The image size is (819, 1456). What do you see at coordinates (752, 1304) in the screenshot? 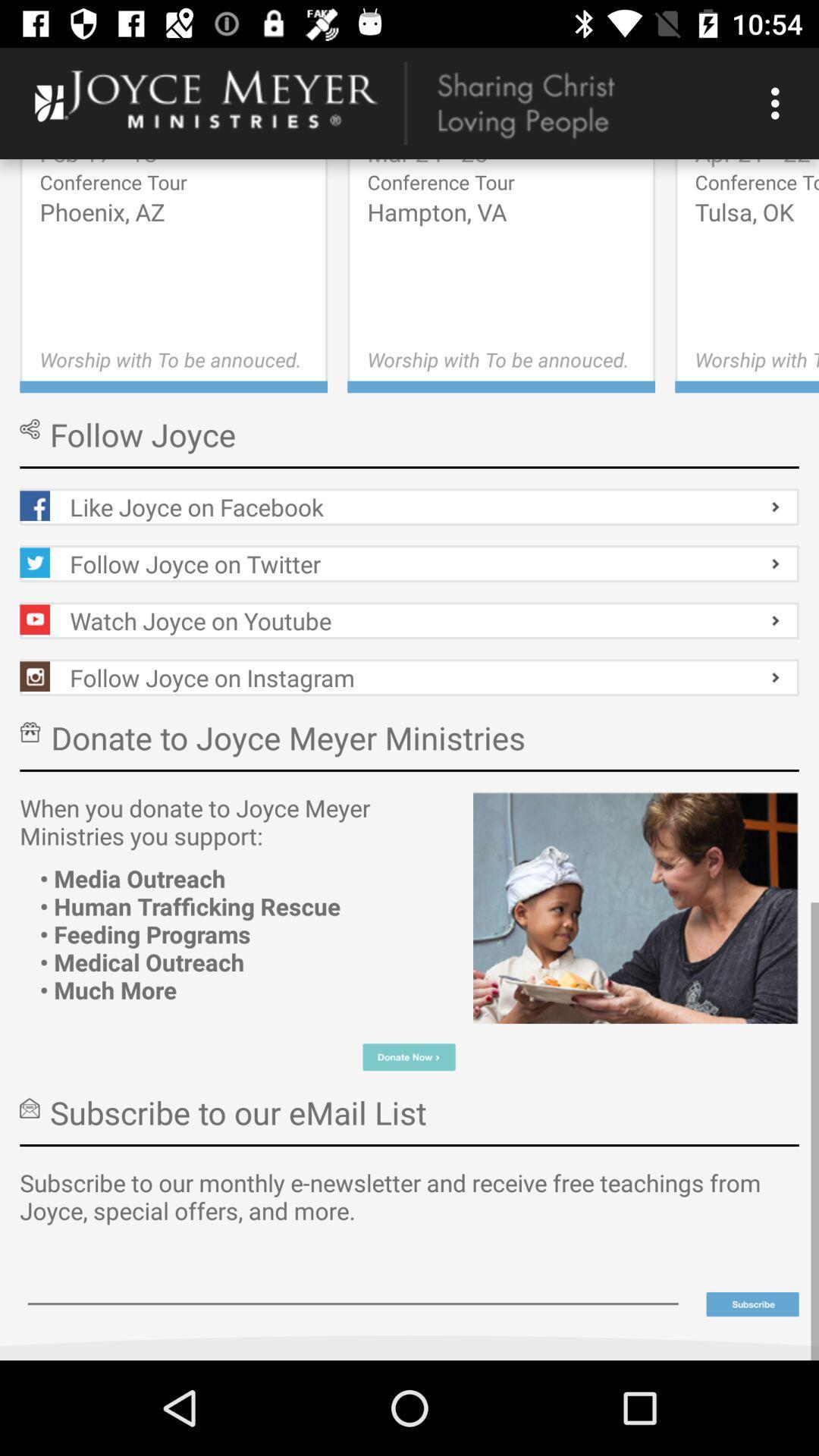
I see `subscribe to email list` at bounding box center [752, 1304].